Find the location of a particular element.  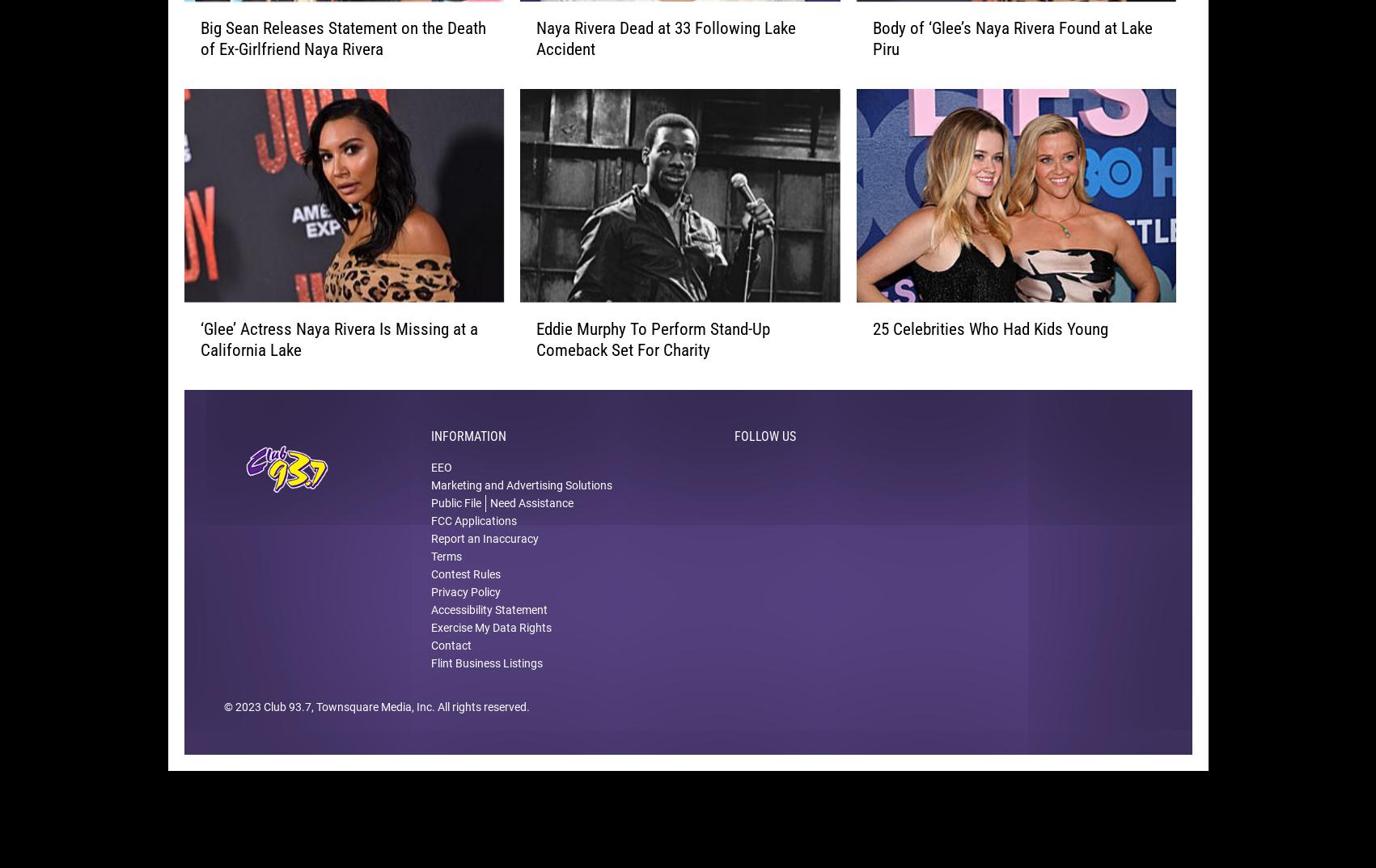

'Contact' is located at coordinates (451, 670).